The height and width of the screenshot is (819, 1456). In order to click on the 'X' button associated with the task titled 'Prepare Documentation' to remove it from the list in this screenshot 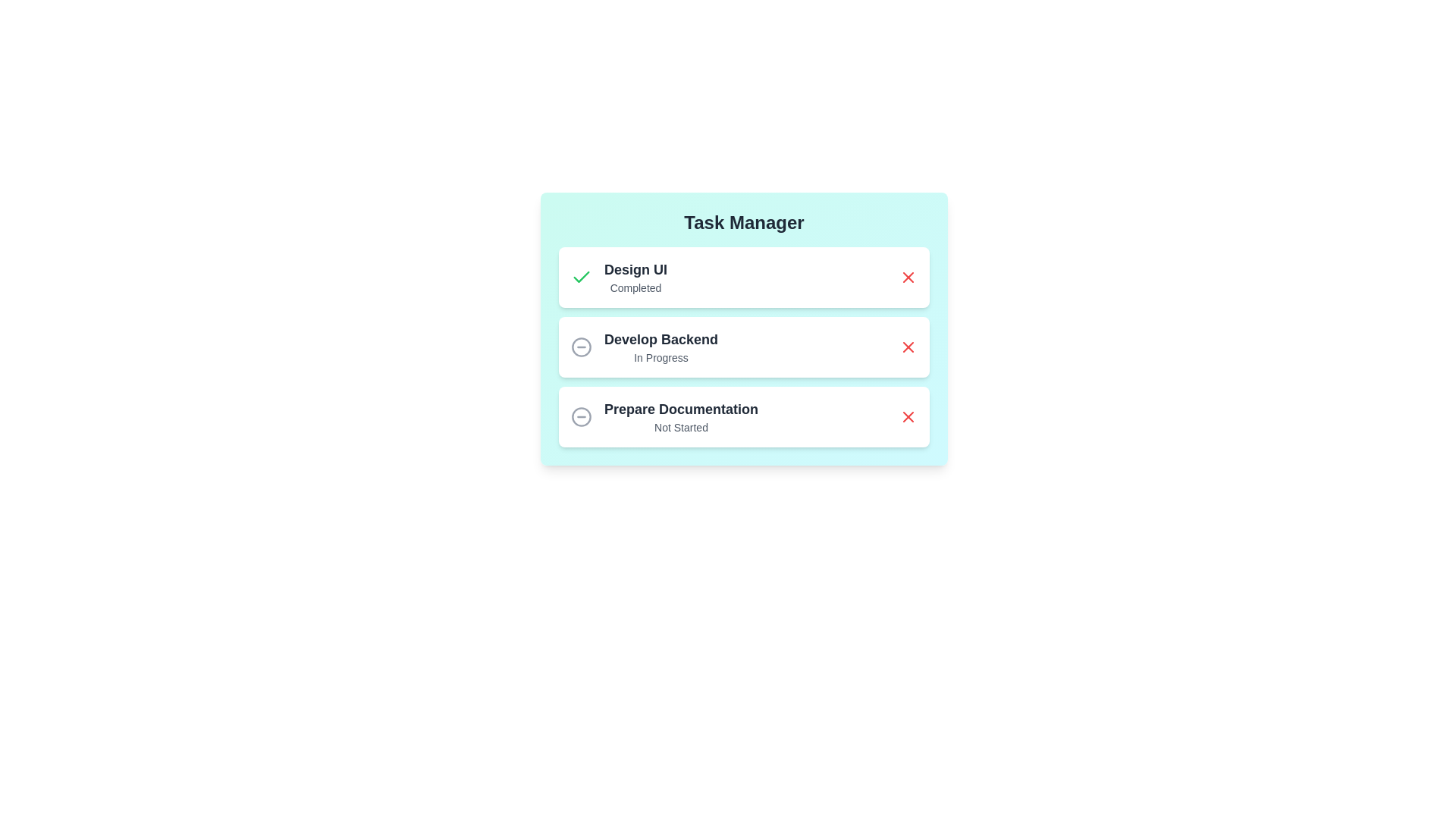, I will do `click(908, 417)`.